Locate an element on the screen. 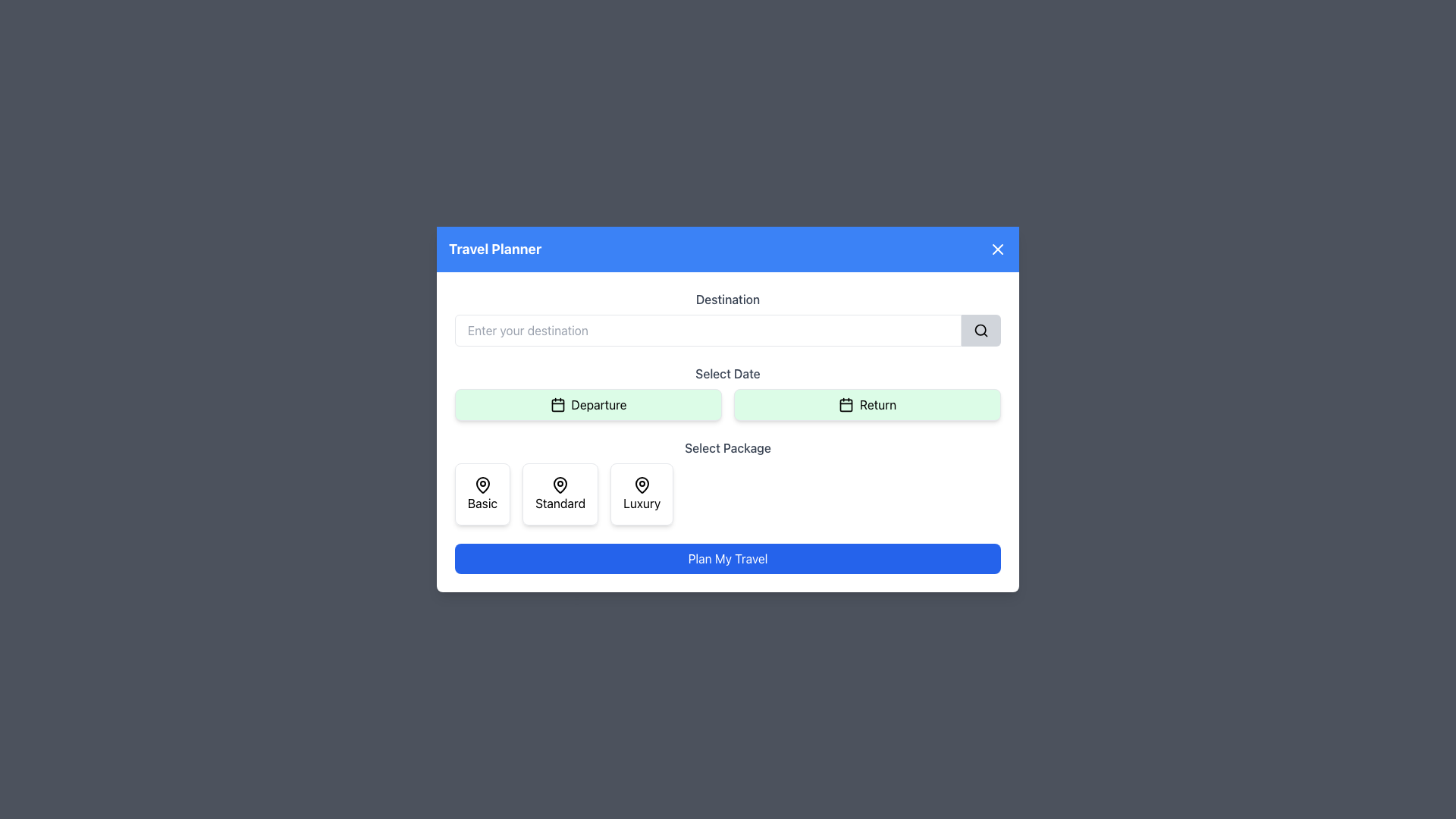  the small green rounded rectangle calendar icon located within the 'Departure' button in the 'Select Date' section of the popup is located at coordinates (557, 404).